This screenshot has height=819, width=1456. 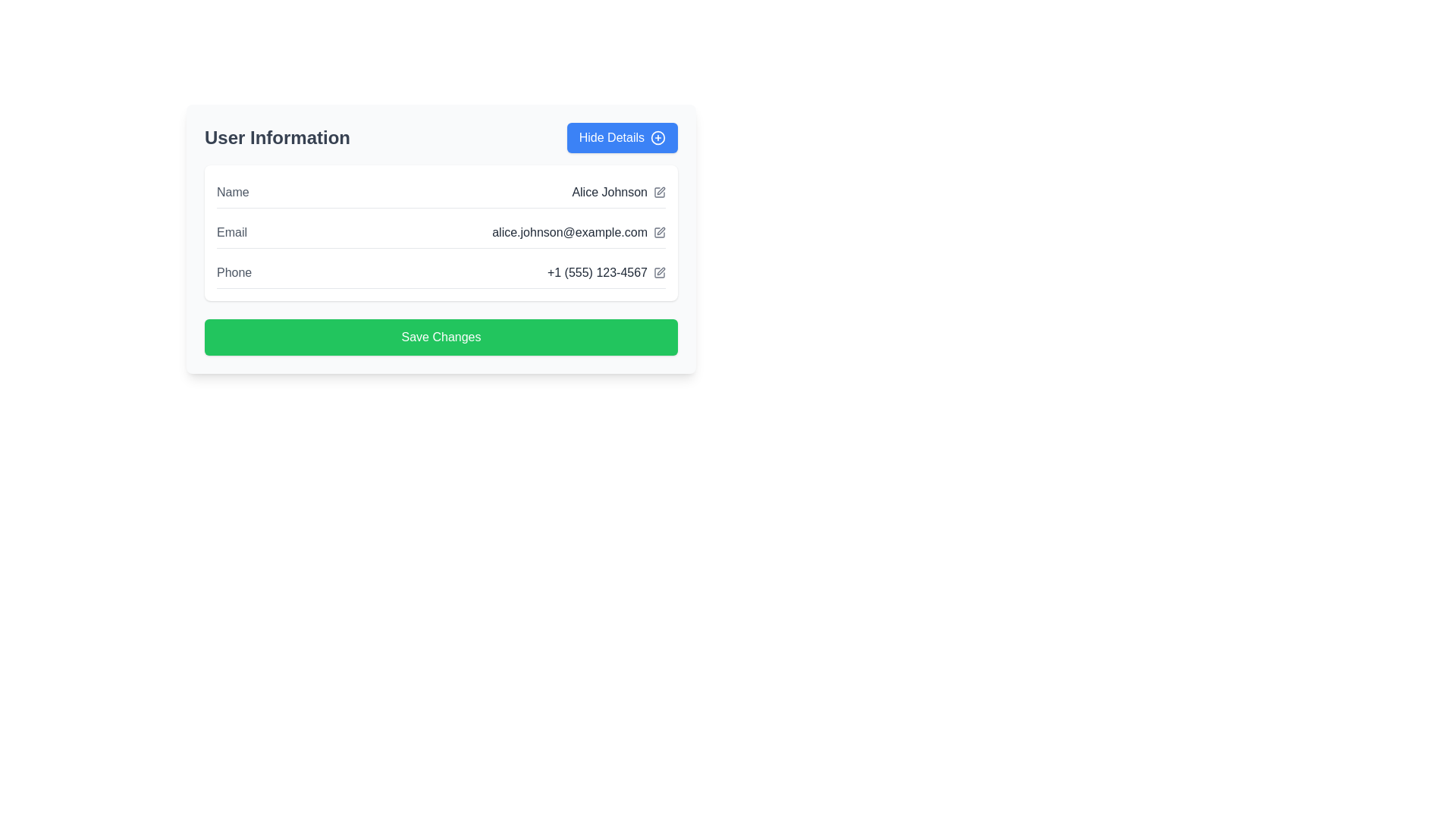 I want to click on the graphical icon shaped like a square with a distinct border located near the 'Phone' text field by clicking on it, so click(x=659, y=271).